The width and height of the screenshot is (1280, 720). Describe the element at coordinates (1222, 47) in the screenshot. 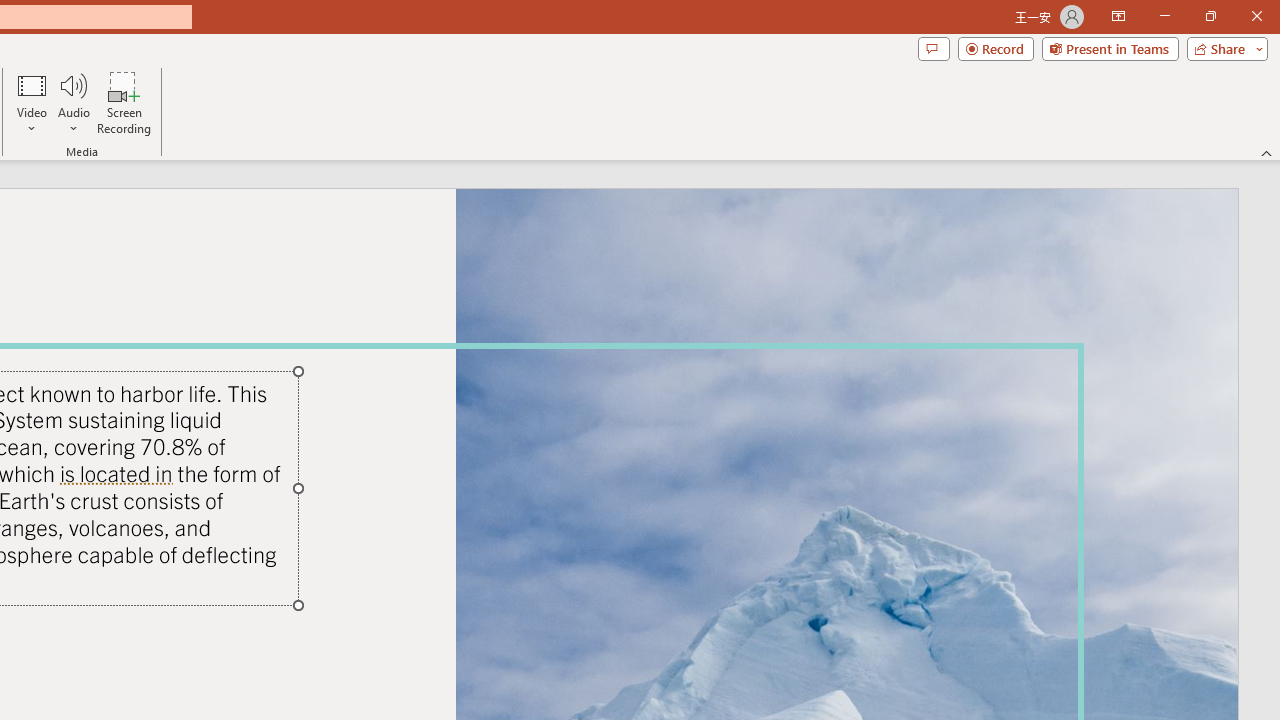

I see `'Share'` at that location.